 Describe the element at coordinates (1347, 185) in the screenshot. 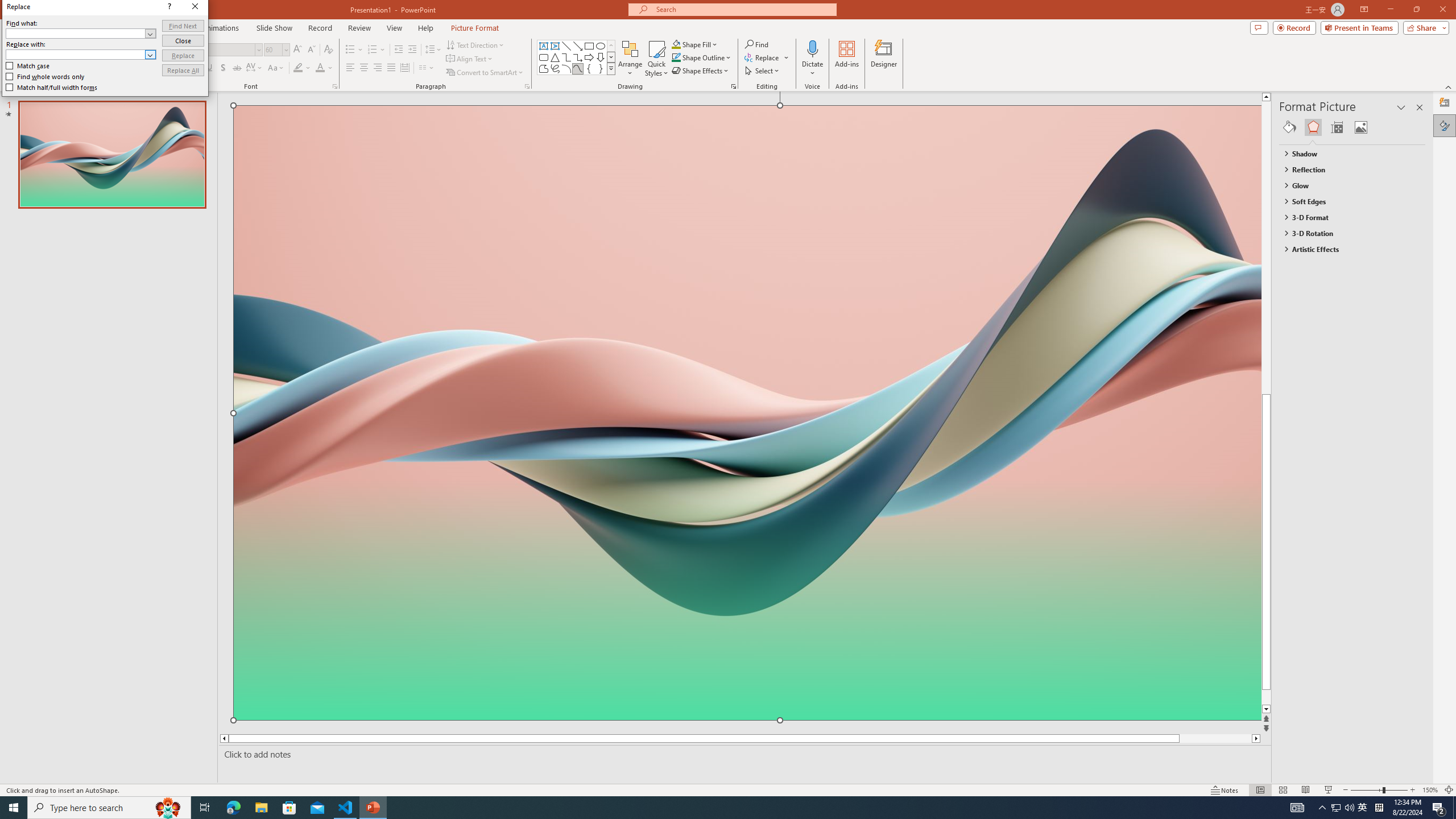

I see `'Glow'` at that location.